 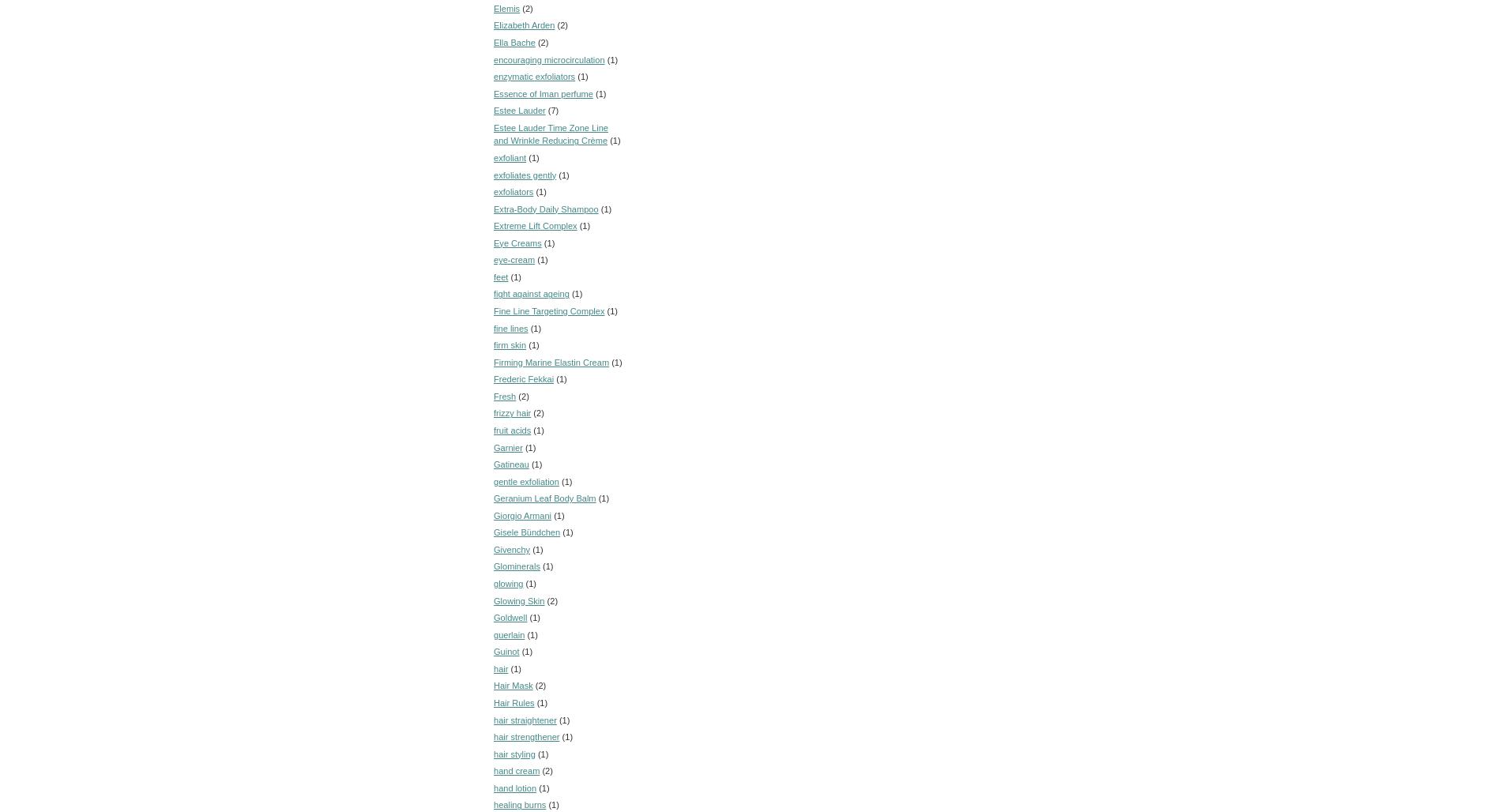 What do you see at coordinates (526, 737) in the screenshot?
I see `'hair strengthener'` at bounding box center [526, 737].